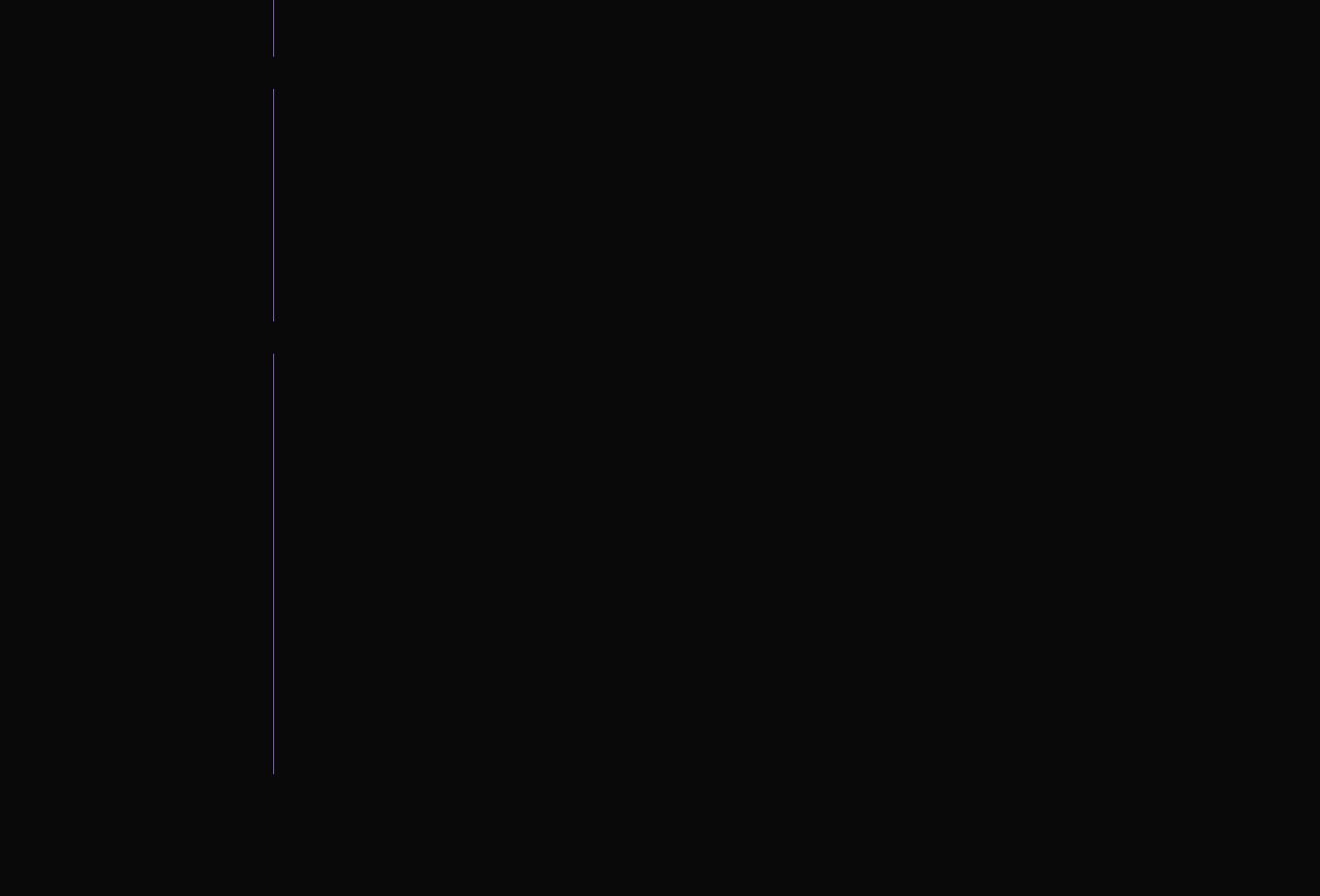 This screenshot has width=1320, height=896. I want to click on 'I consent to receive automated marketing by text message', so click(1008, 710).